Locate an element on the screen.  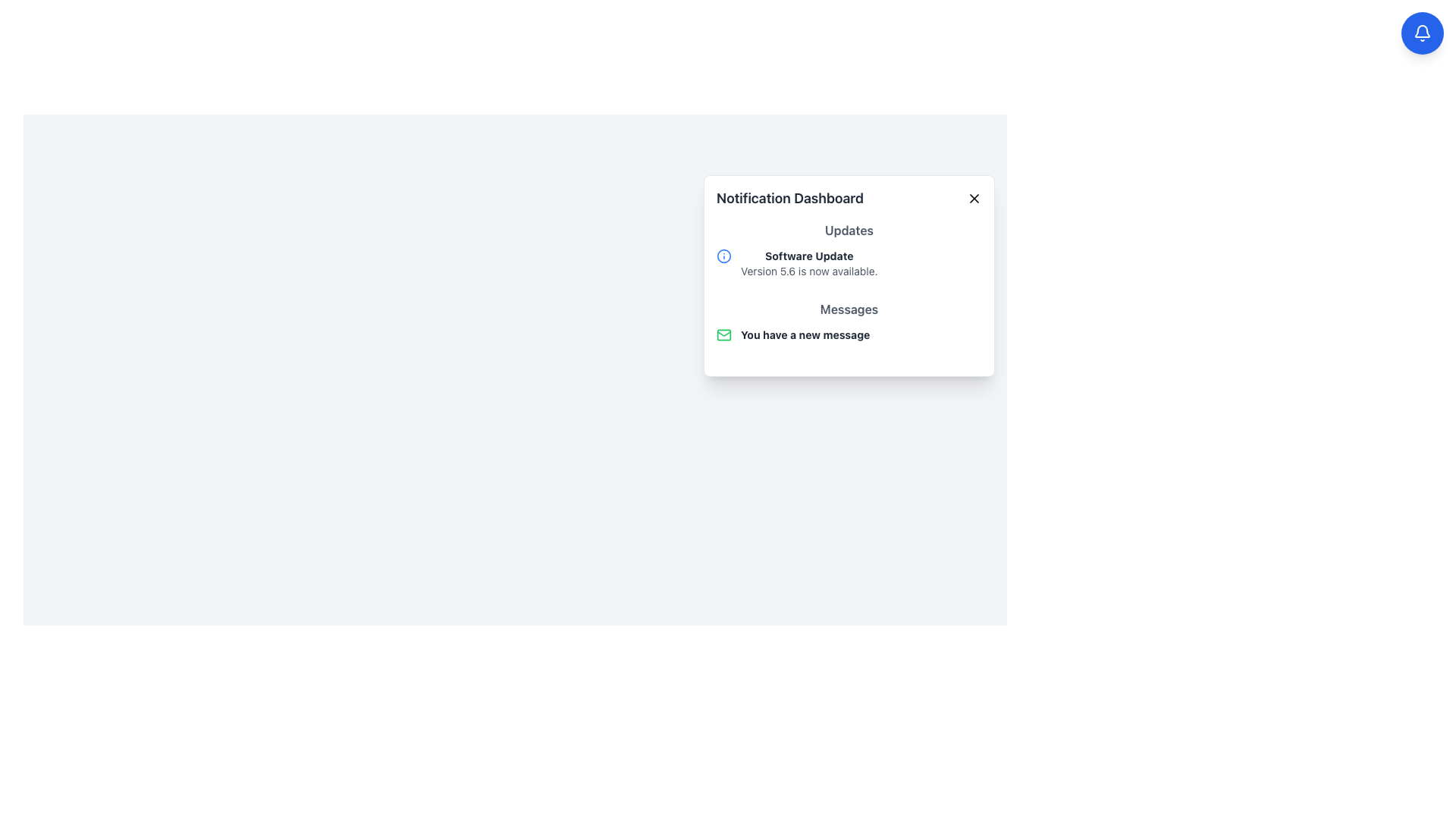
the notification update card displaying 'Software Update' with the version information within the 'Updates' panel is located at coordinates (848, 262).